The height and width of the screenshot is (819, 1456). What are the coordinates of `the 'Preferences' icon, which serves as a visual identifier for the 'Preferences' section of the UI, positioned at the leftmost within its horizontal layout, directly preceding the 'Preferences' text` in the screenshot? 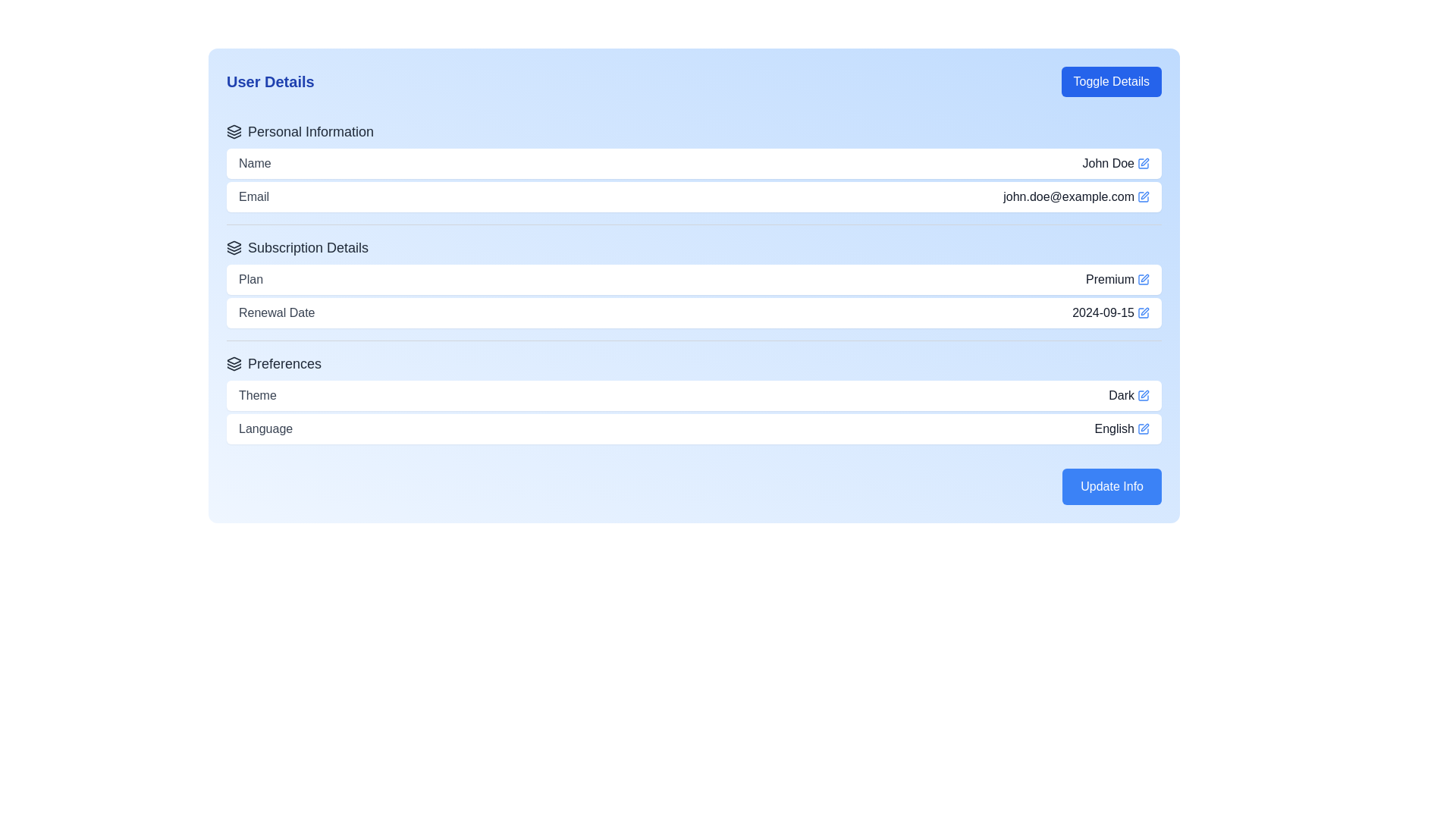 It's located at (233, 363).